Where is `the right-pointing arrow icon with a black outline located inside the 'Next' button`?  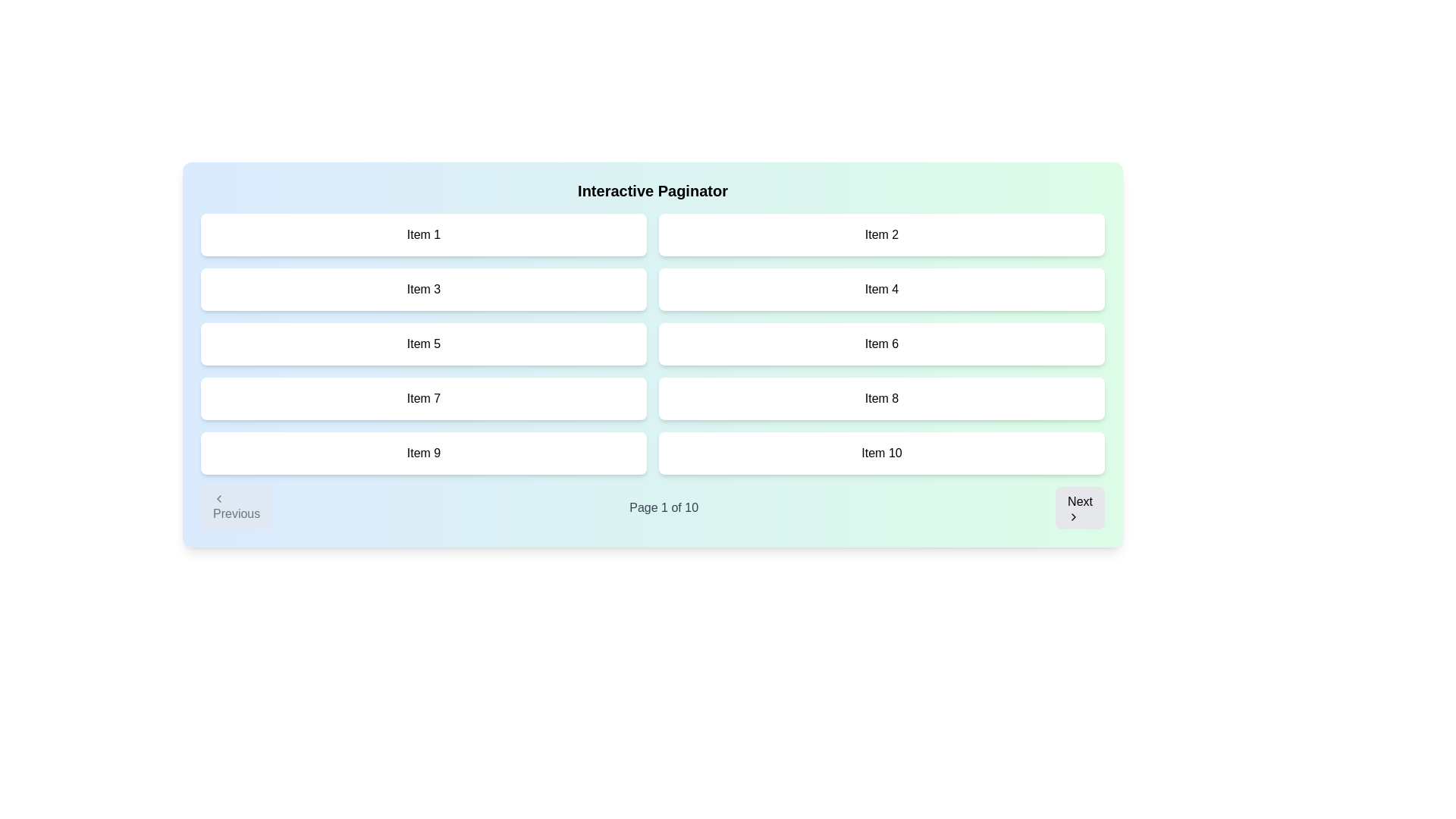
the right-pointing arrow icon with a black outline located inside the 'Next' button is located at coordinates (1073, 516).